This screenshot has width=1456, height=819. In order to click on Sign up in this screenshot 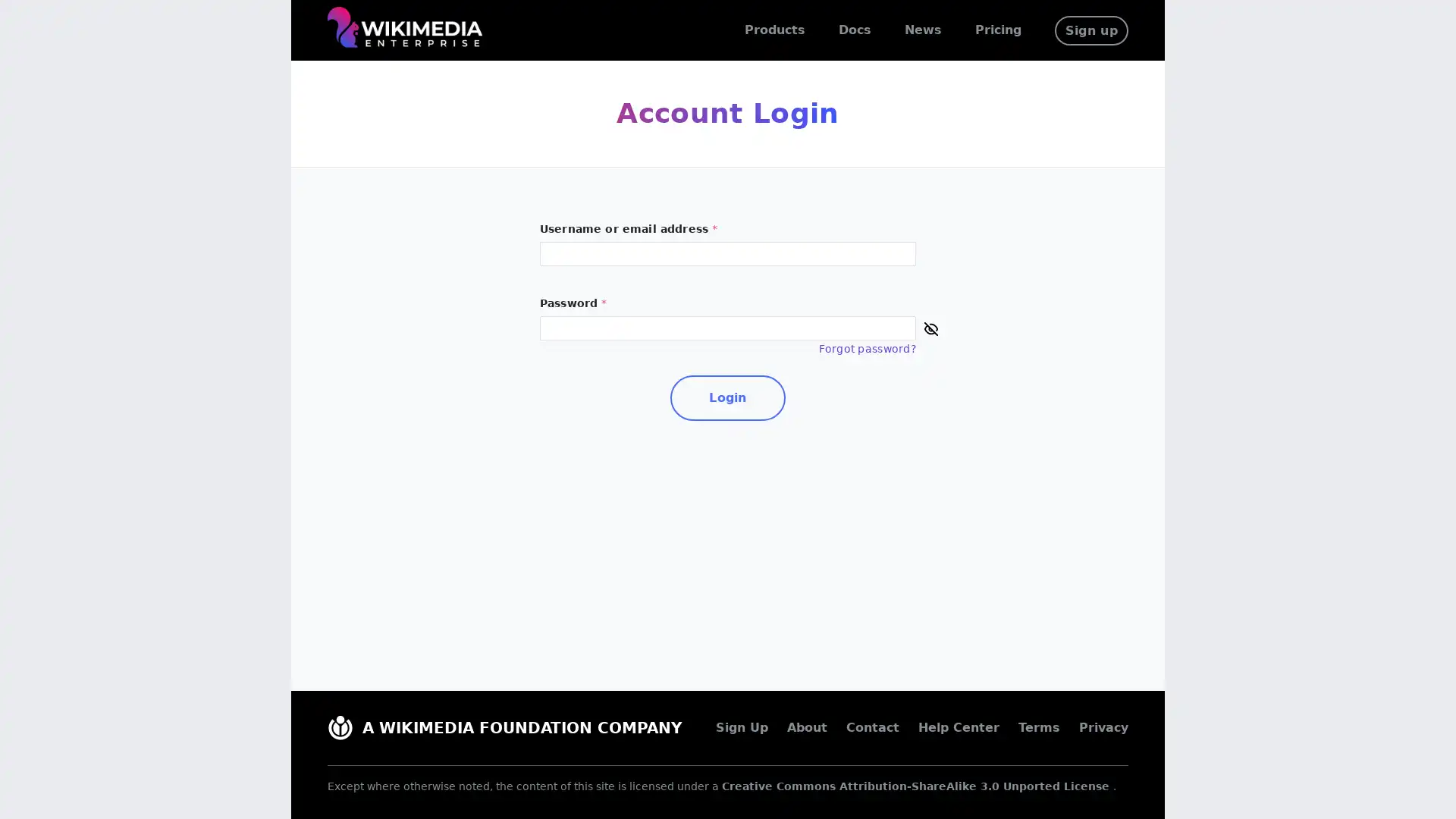, I will do `click(1090, 30)`.